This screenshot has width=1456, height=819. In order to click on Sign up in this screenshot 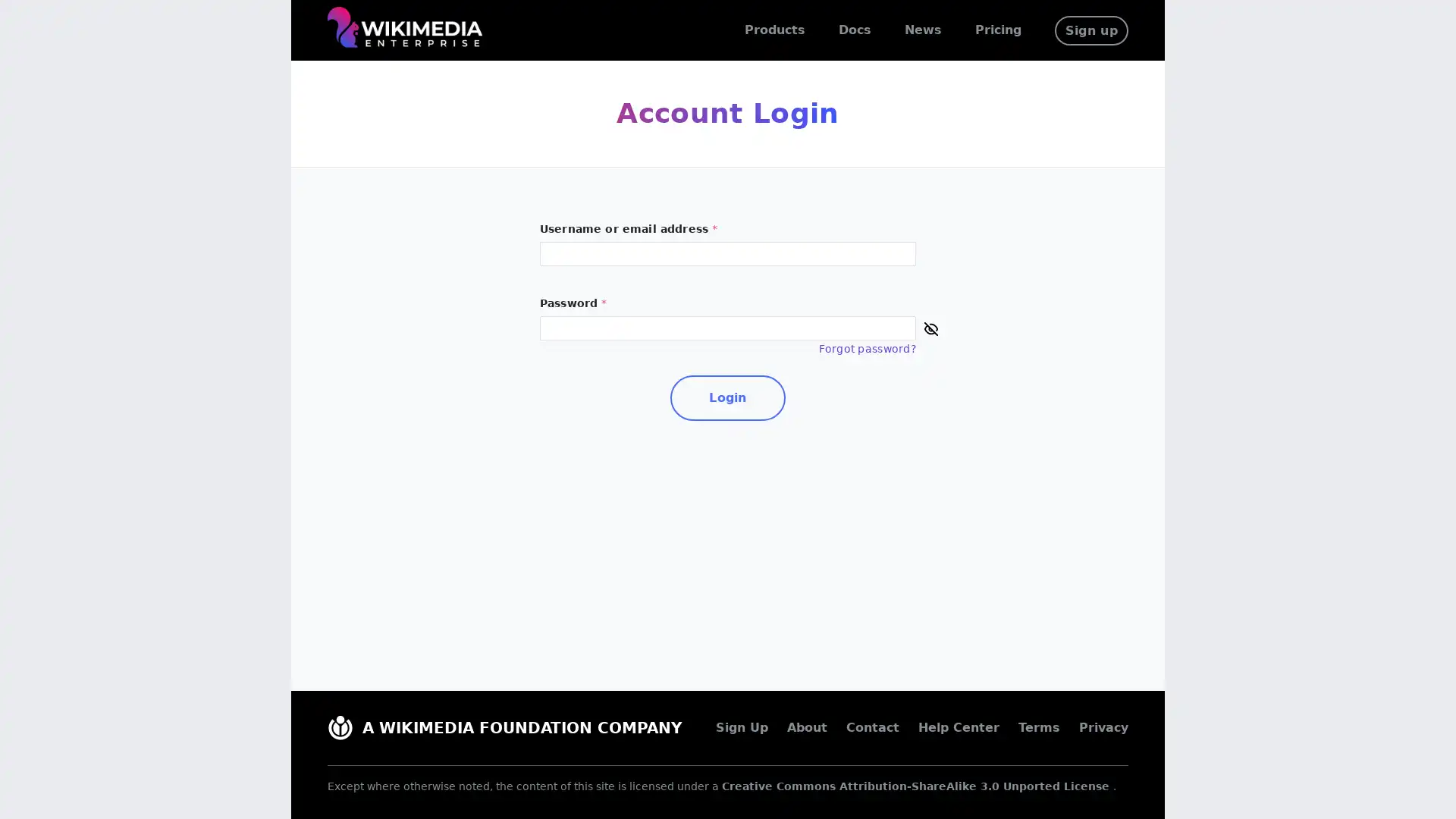, I will do `click(1090, 30)`.